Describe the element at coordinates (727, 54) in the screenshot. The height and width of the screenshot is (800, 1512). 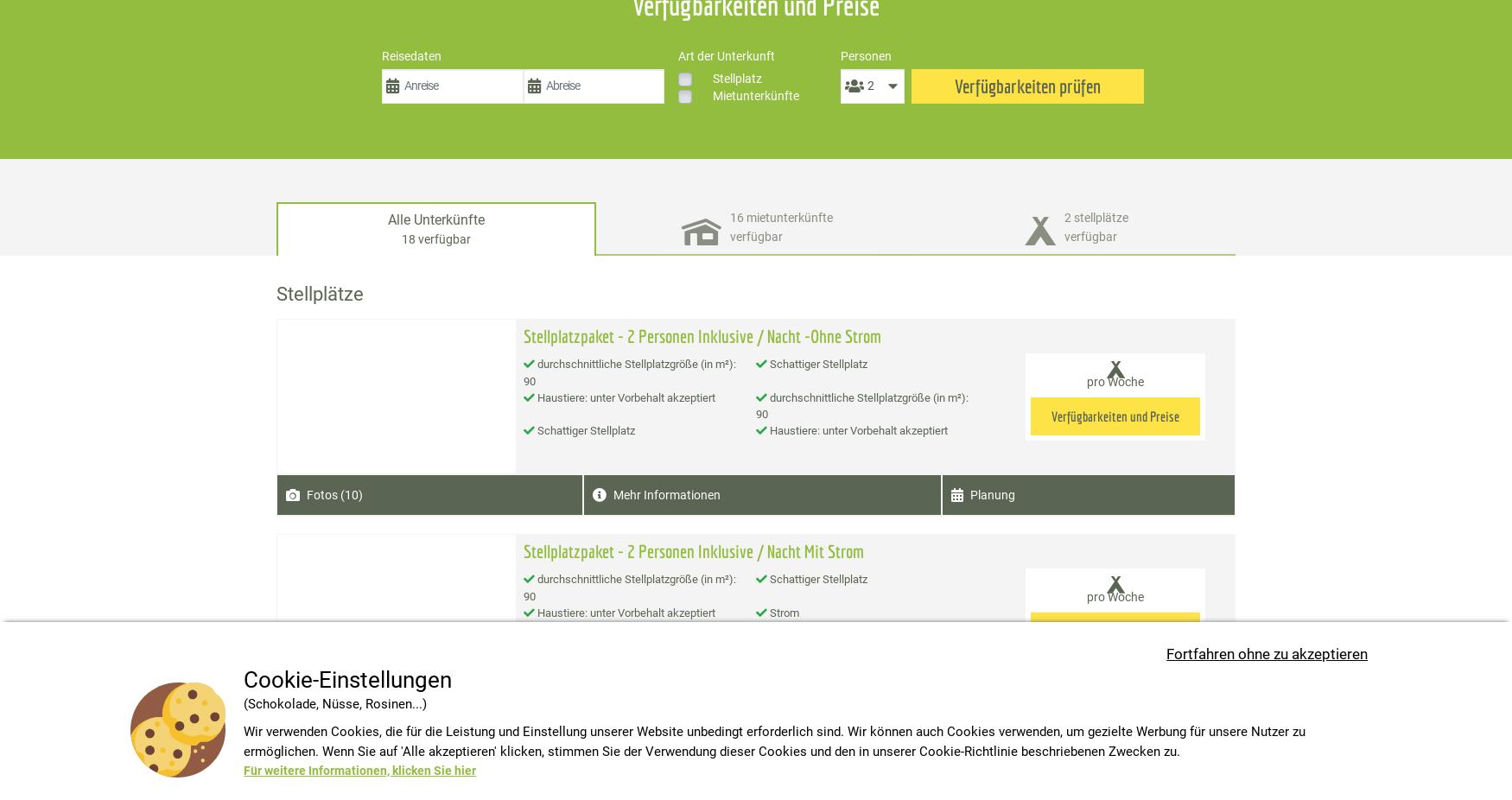
I see `'Art der Unterkunft'` at that location.